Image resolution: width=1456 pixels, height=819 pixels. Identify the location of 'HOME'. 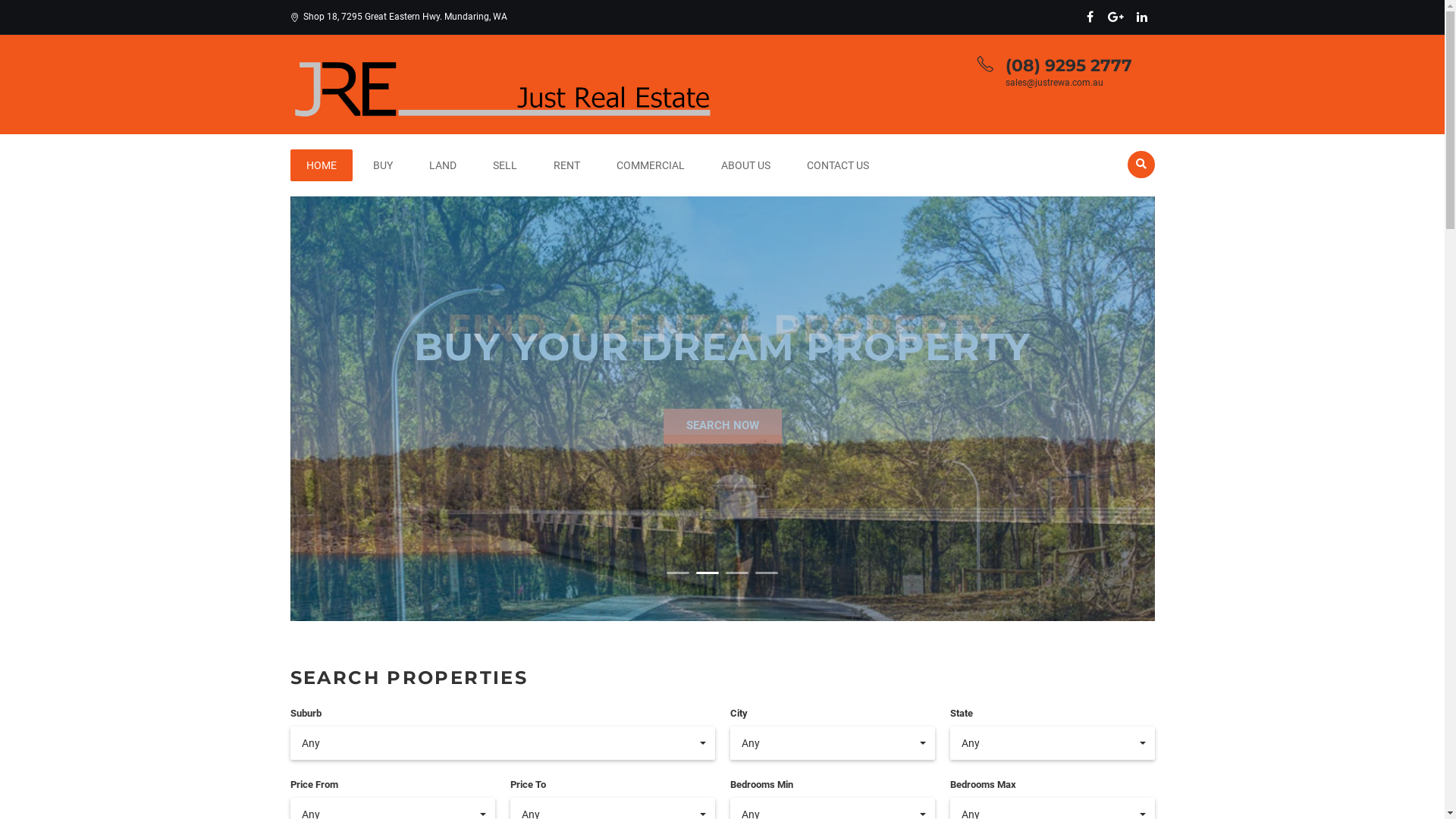
(319, 165).